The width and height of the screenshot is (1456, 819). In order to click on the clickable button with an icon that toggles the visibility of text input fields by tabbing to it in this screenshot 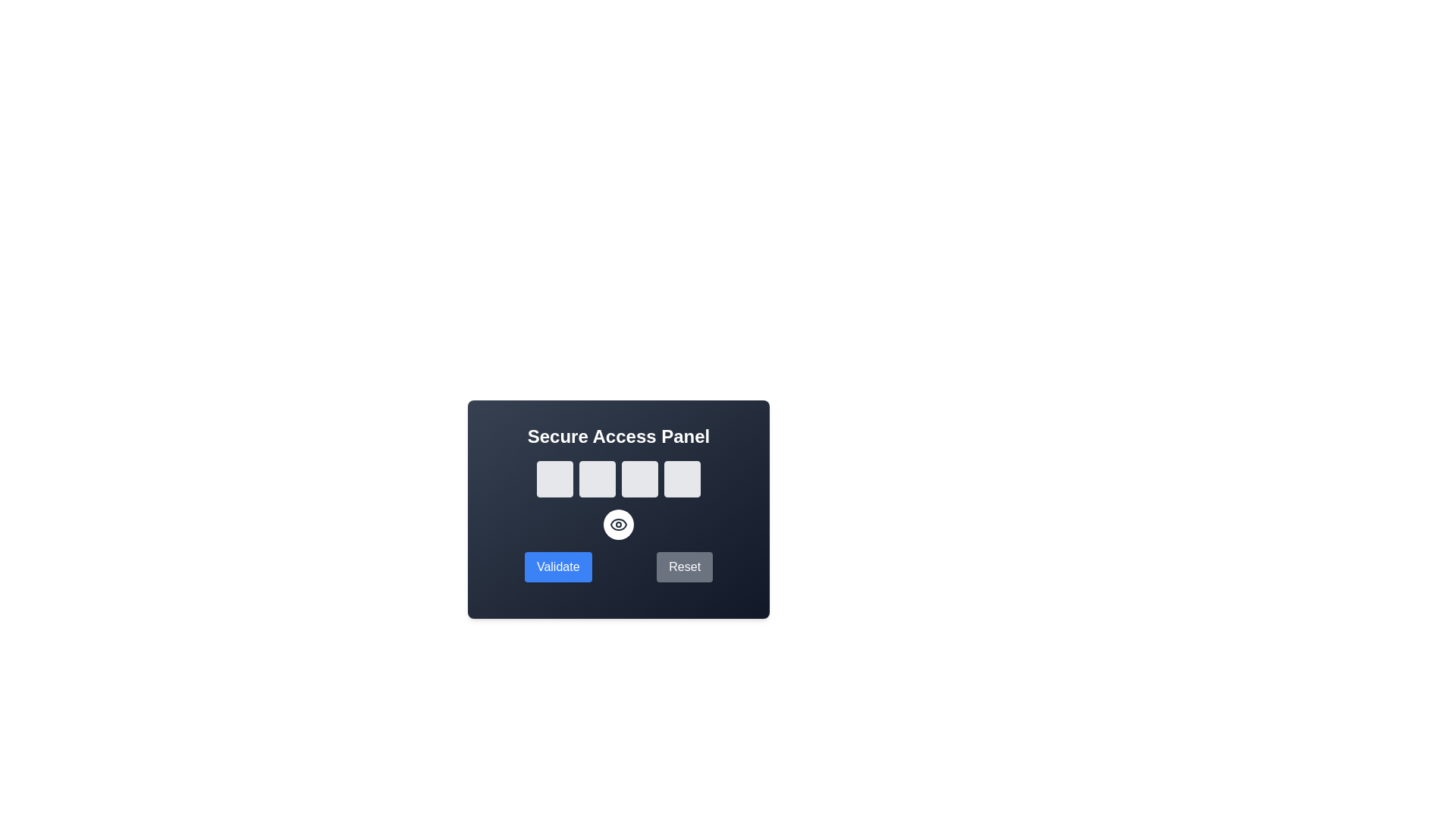, I will do `click(619, 523)`.